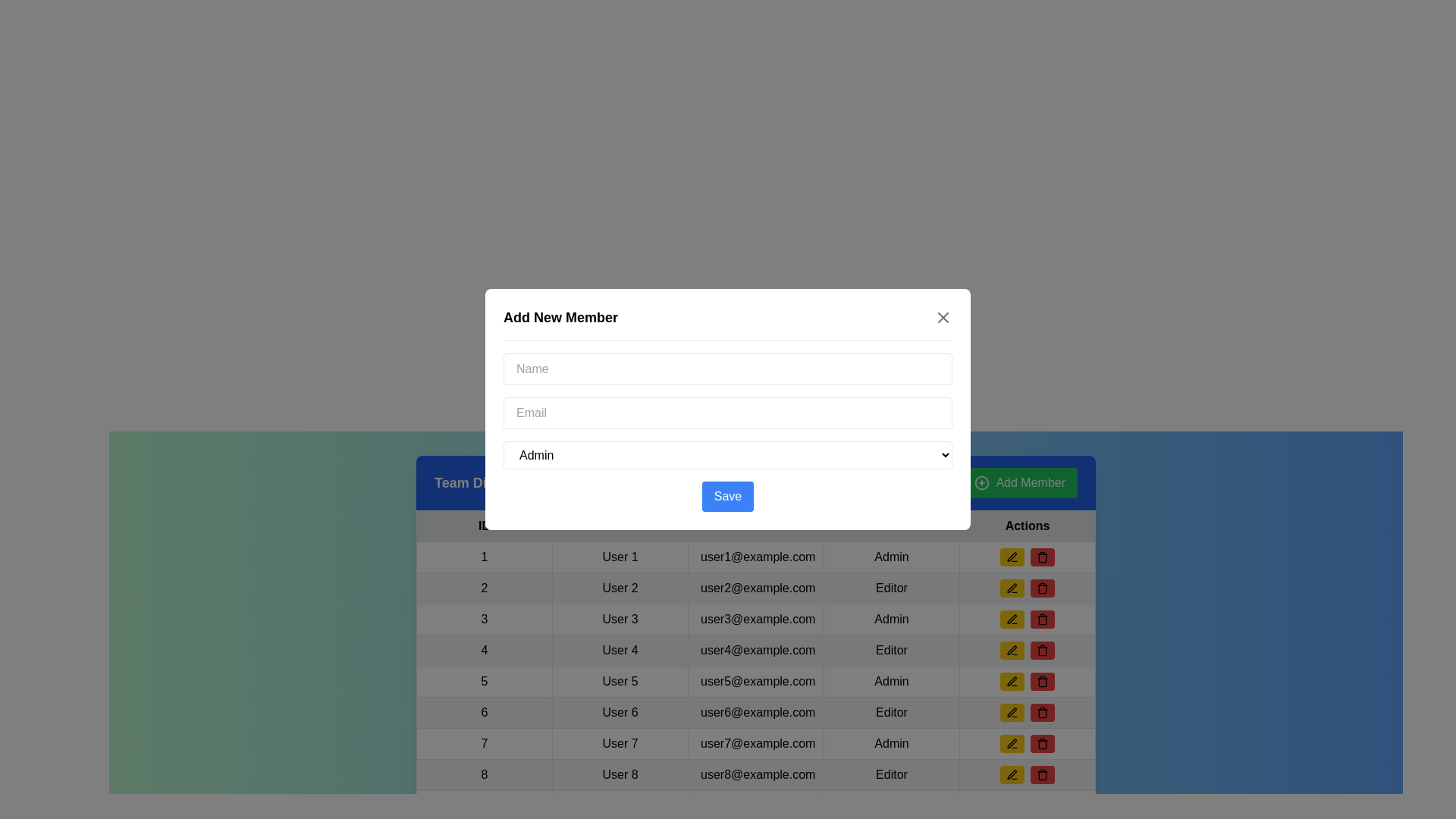 The image size is (1456, 819). I want to click on the table cell containing the text 'User 3', located in the second column of the third row of the table, so click(620, 620).